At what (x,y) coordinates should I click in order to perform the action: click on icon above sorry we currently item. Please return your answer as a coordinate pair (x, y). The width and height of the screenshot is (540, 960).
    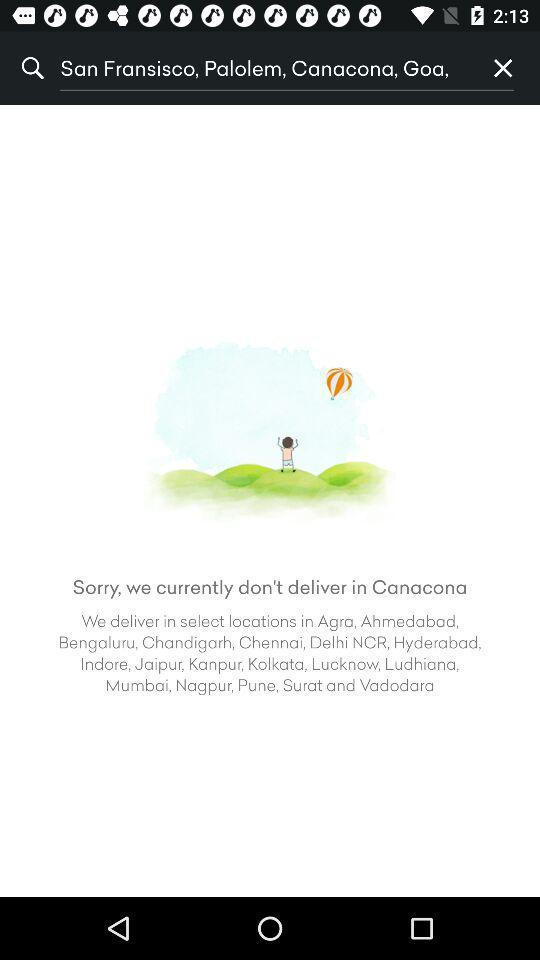
    Looking at the image, I should click on (502, 68).